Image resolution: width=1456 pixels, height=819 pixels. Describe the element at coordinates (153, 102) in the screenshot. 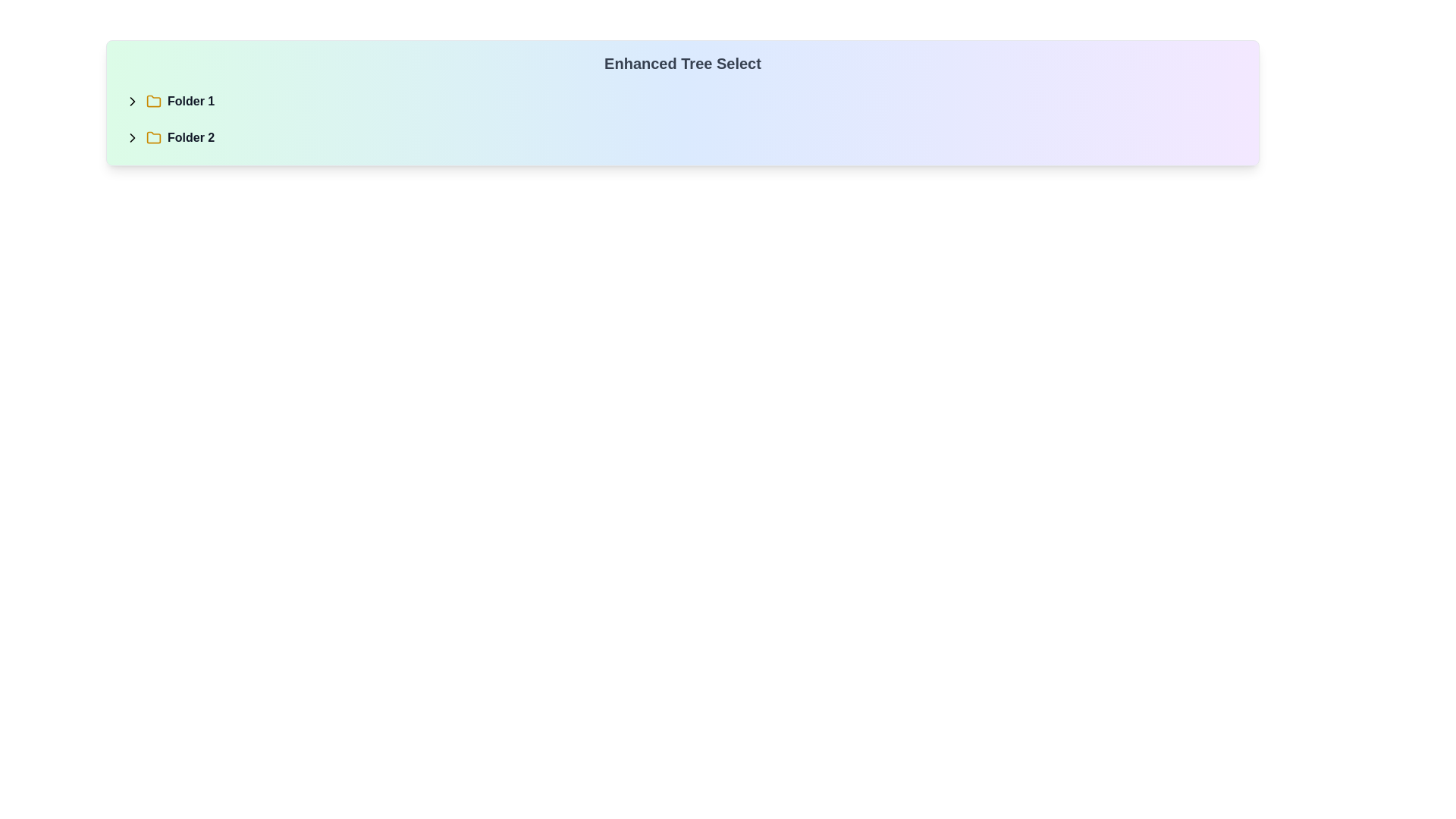

I see `the folder icon located to the left of the text 'Folder 1' in the first row under the 'Enhanced Tree Select' header` at that location.